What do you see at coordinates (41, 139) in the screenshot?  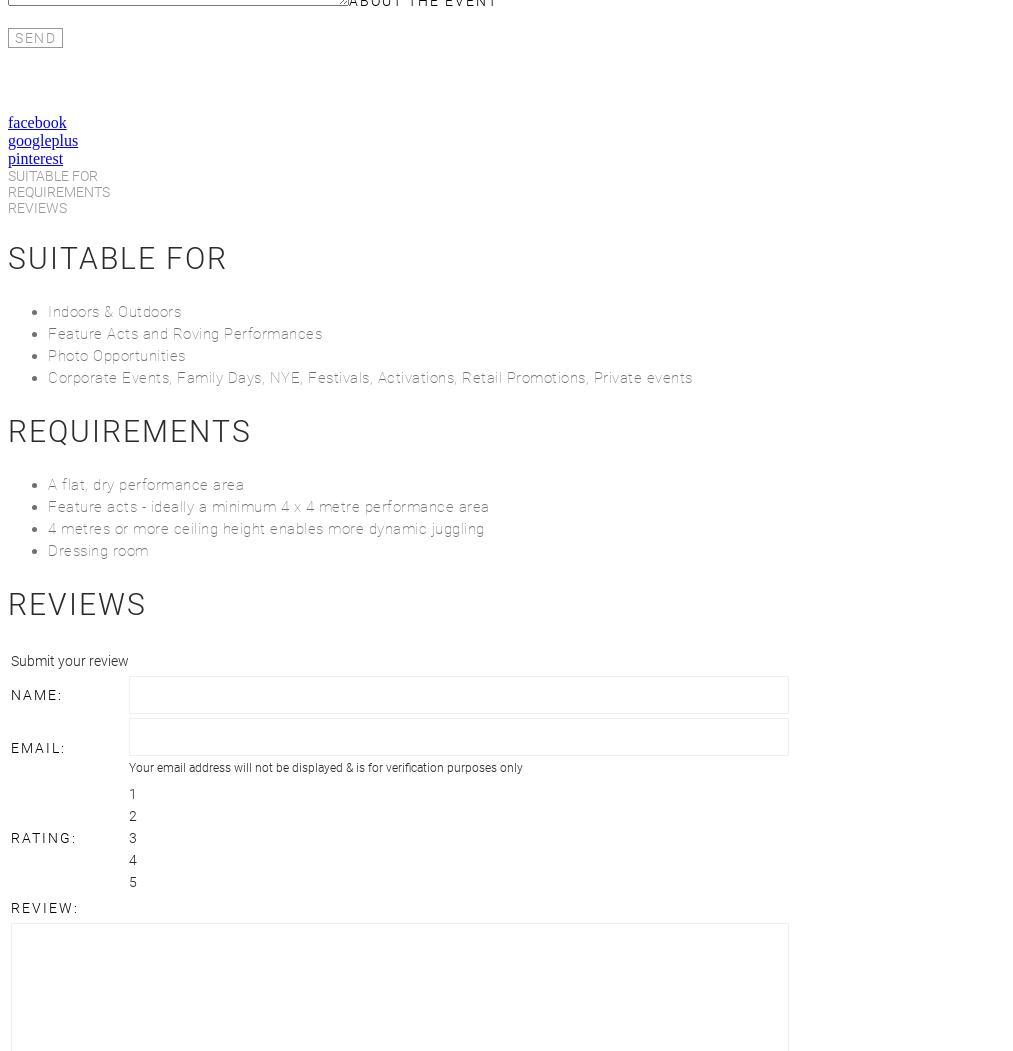 I see `'googleplus'` at bounding box center [41, 139].